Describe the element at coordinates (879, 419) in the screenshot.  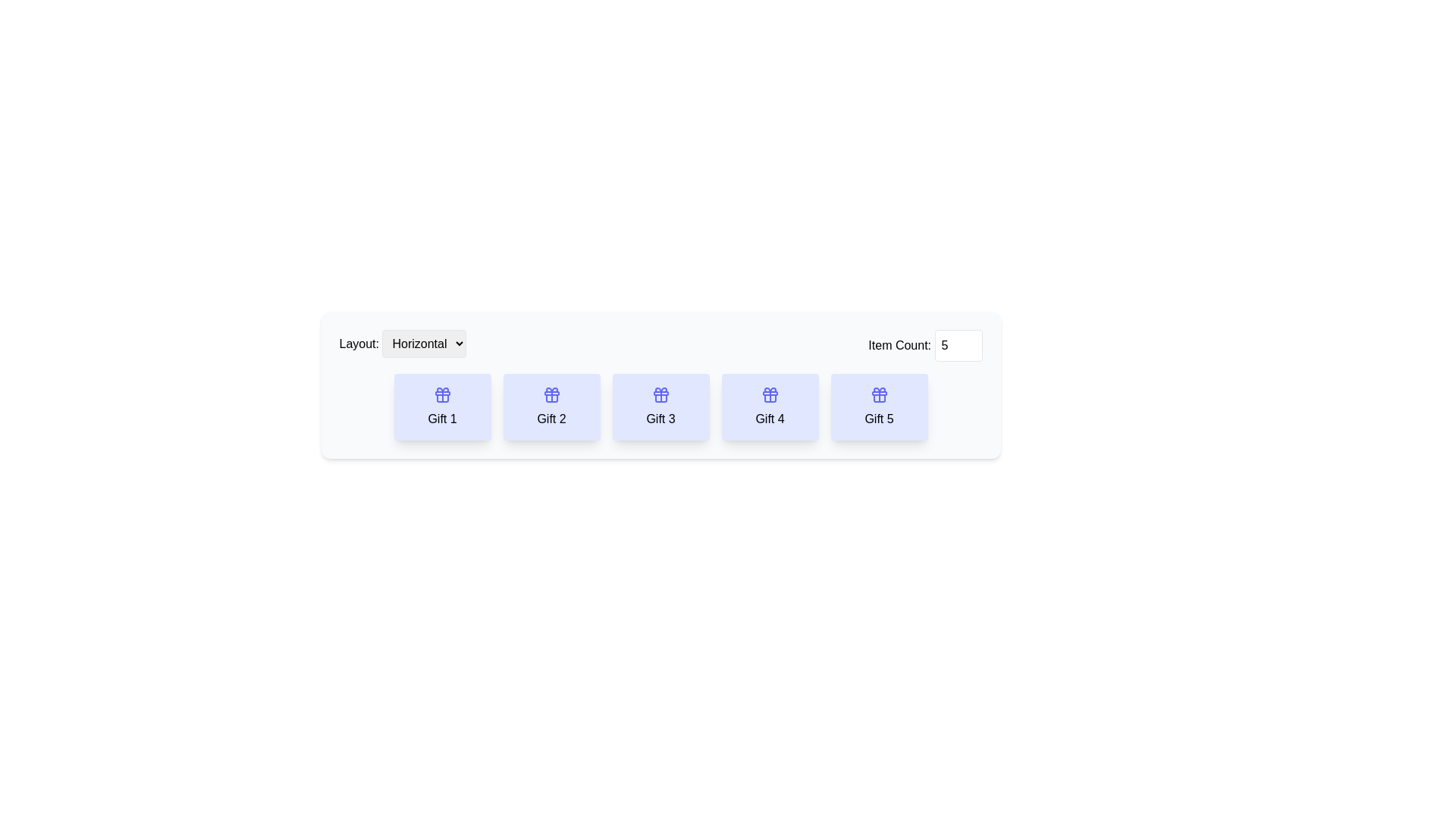
I see `text of the label identifying the fifth item, labeled 'Gift 5', located at the lower part of the fifth tile in a horizontally aligned row of tiles` at that location.